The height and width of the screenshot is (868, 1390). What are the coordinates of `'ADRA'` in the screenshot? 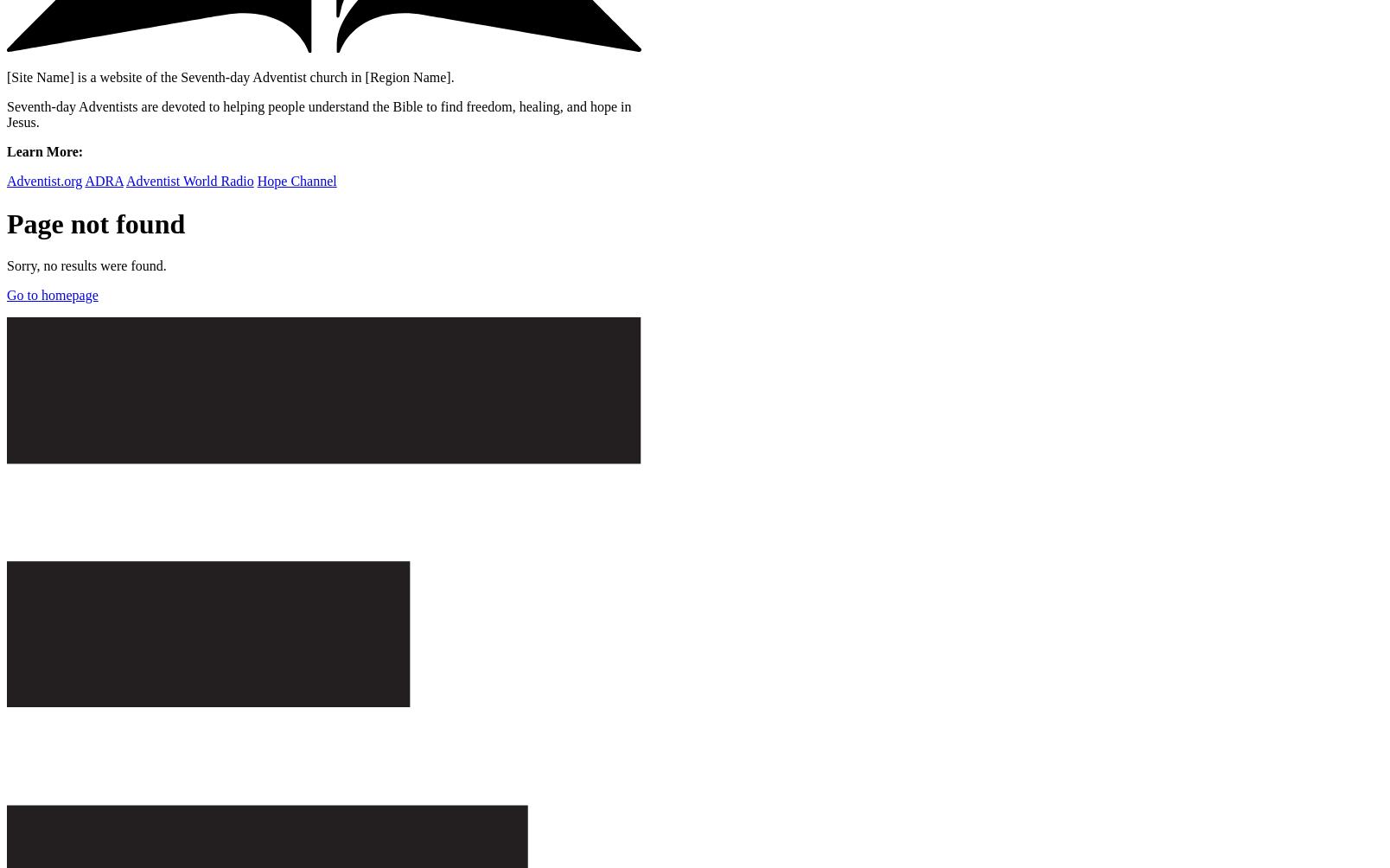 It's located at (103, 180).